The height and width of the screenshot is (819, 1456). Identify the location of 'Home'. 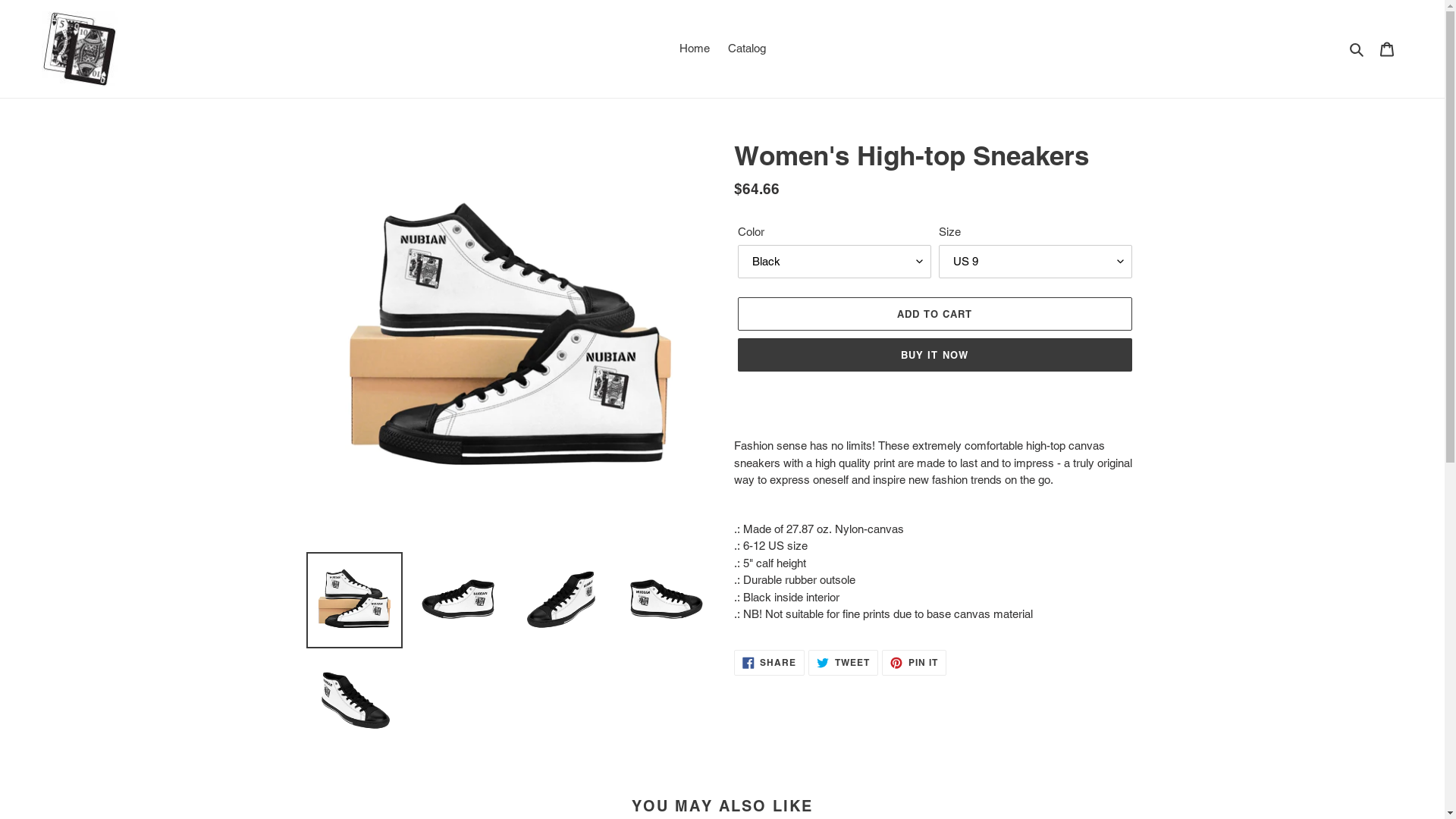
(694, 48).